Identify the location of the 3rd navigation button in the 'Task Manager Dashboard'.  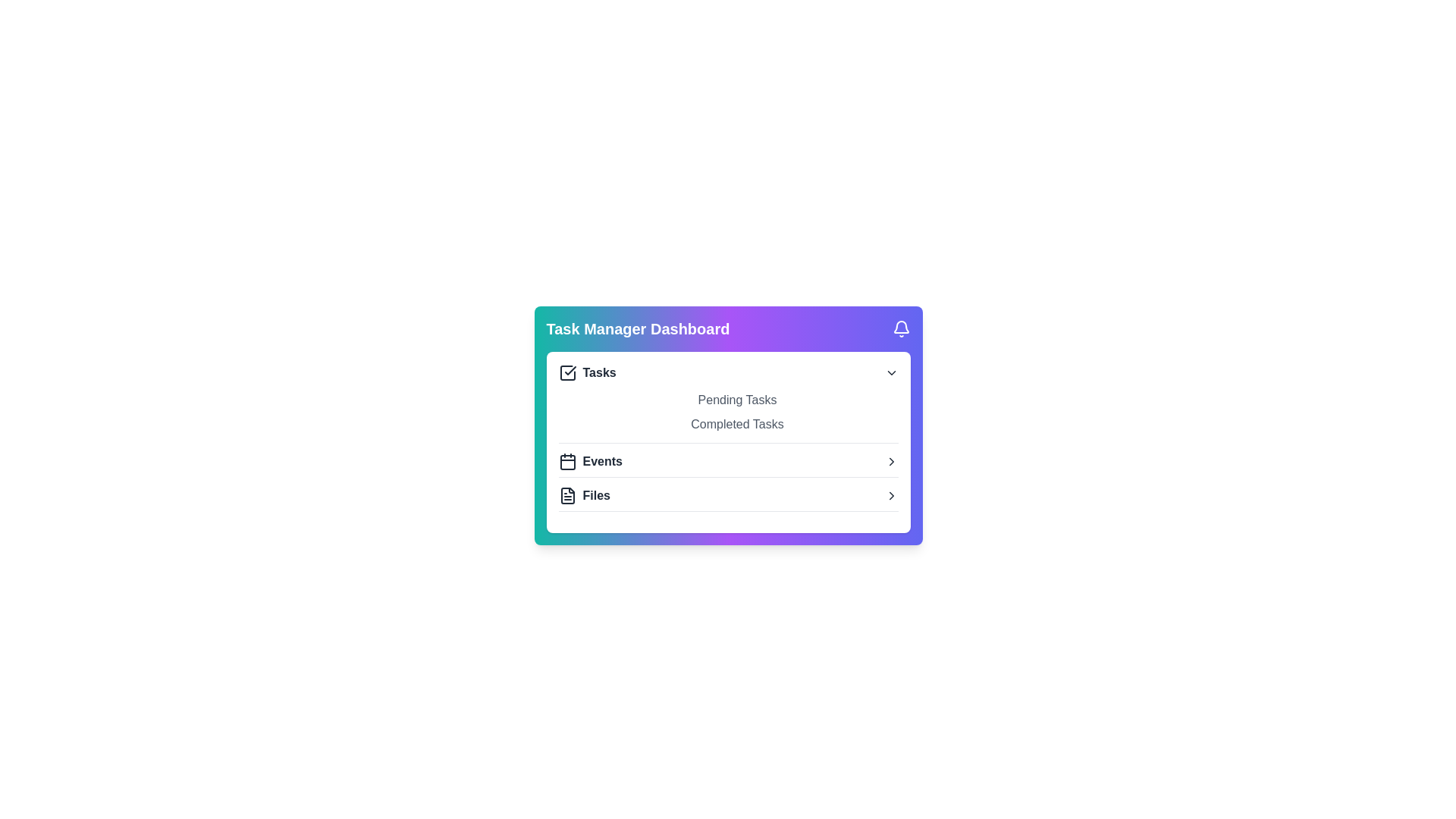
(728, 464).